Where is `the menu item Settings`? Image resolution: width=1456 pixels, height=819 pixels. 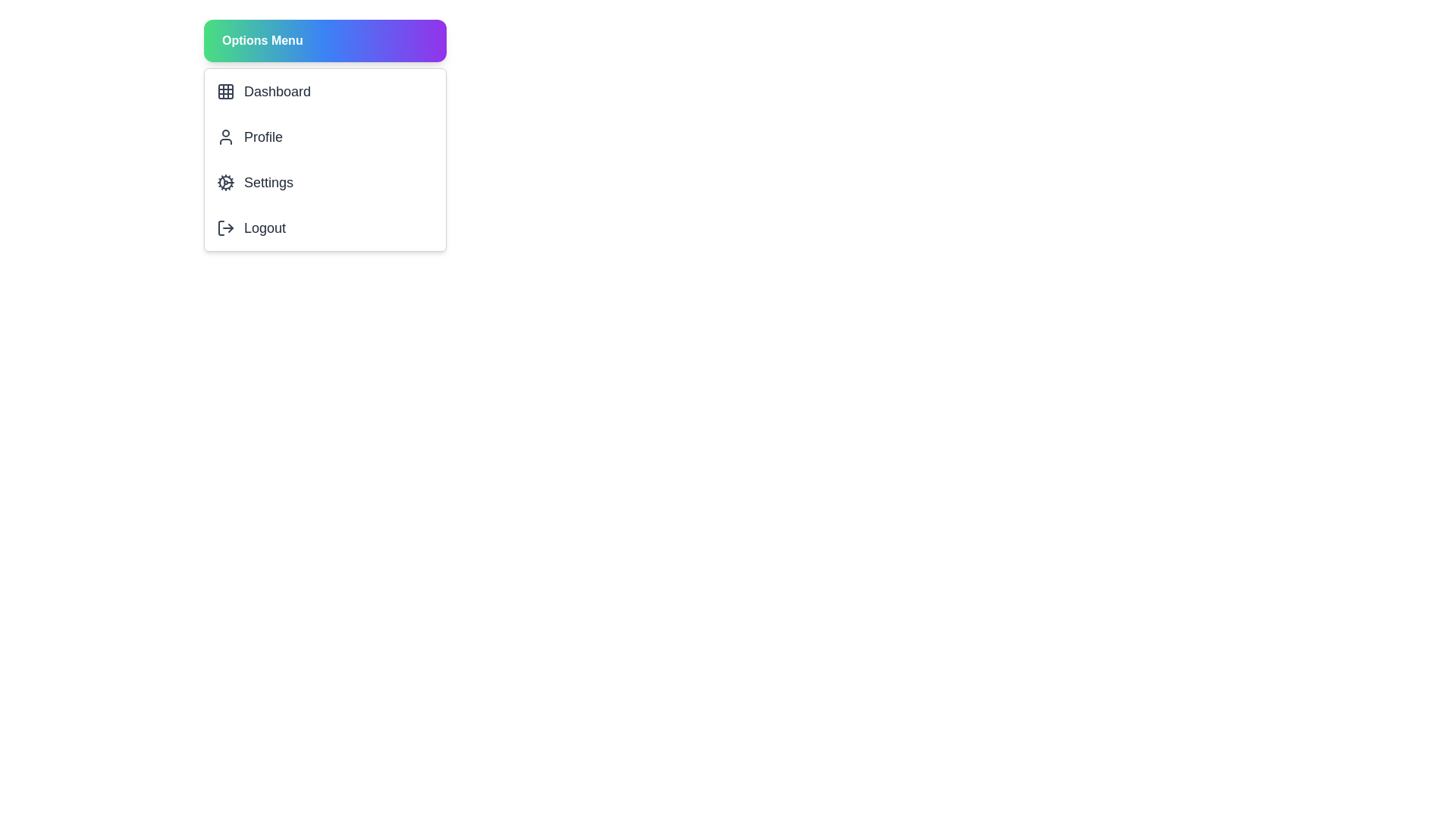 the menu item Settings is located at coordinates (324, 181).